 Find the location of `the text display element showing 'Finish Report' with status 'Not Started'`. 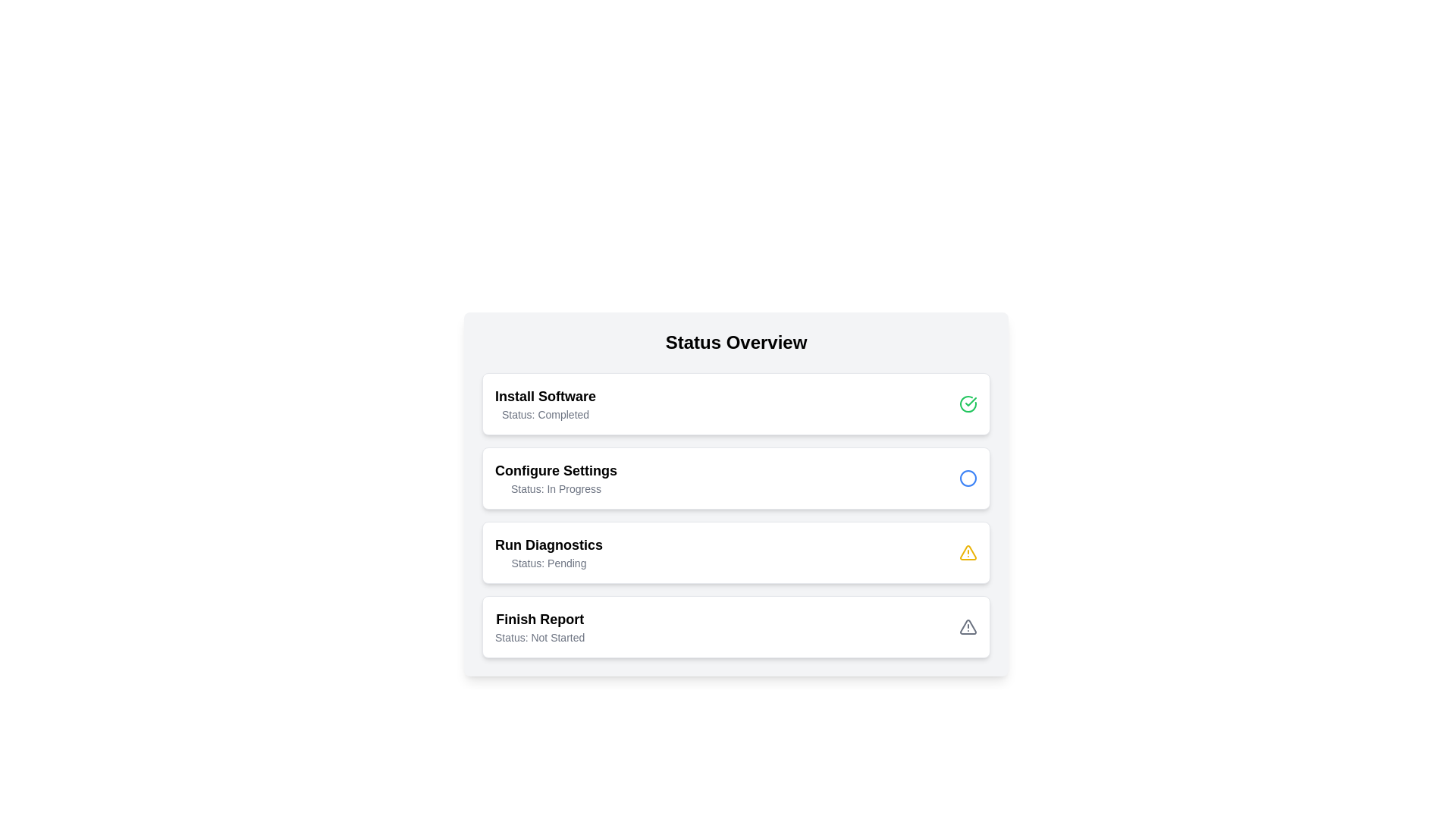

the text display element showing 'Finish Report' with status 'Not Started' is located at coordinates (539, 626).